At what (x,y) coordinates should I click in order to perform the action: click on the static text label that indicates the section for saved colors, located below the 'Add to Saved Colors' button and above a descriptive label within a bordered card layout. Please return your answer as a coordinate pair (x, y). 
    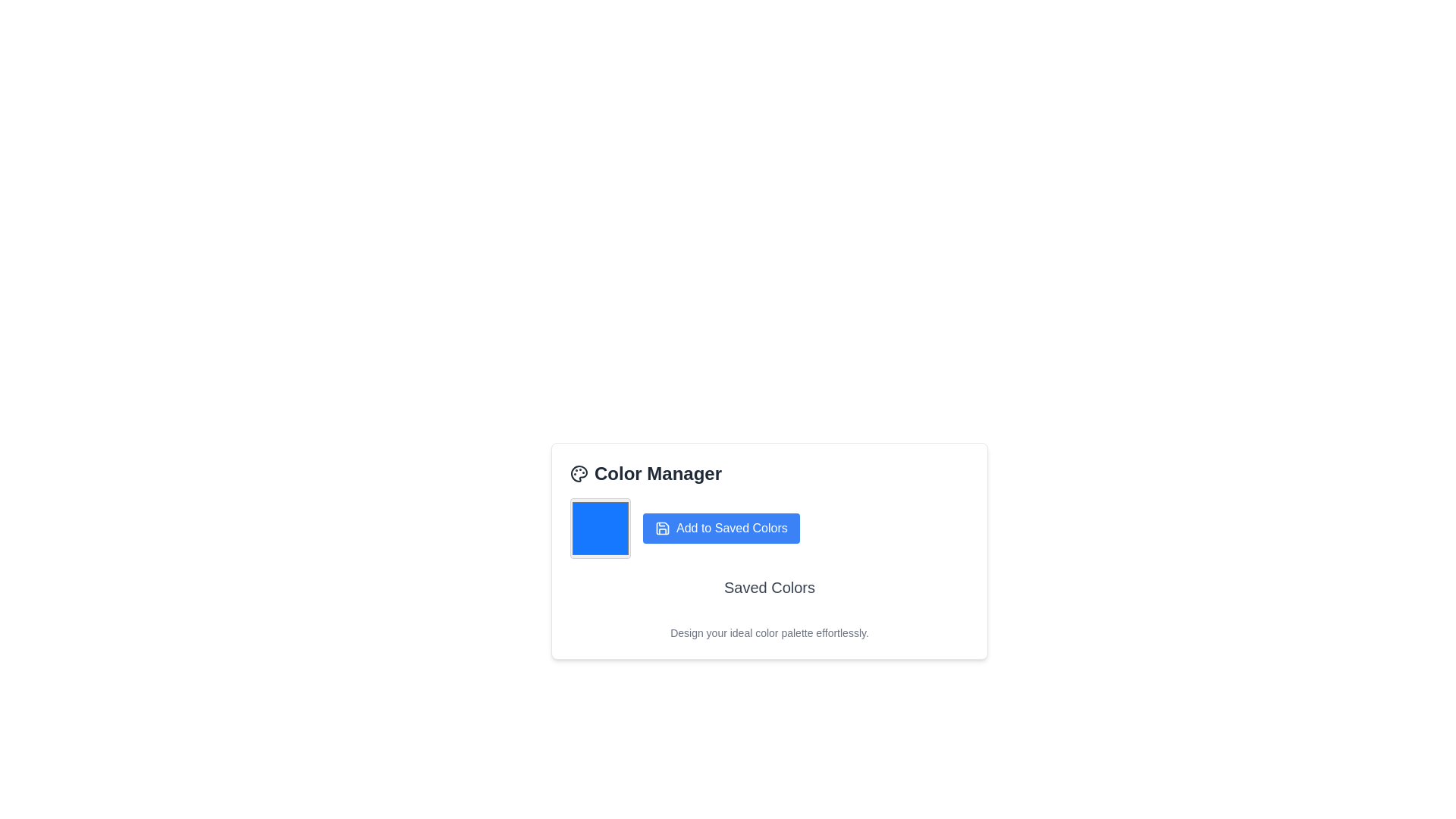
    Looking at the image, I should click on (769, 591).